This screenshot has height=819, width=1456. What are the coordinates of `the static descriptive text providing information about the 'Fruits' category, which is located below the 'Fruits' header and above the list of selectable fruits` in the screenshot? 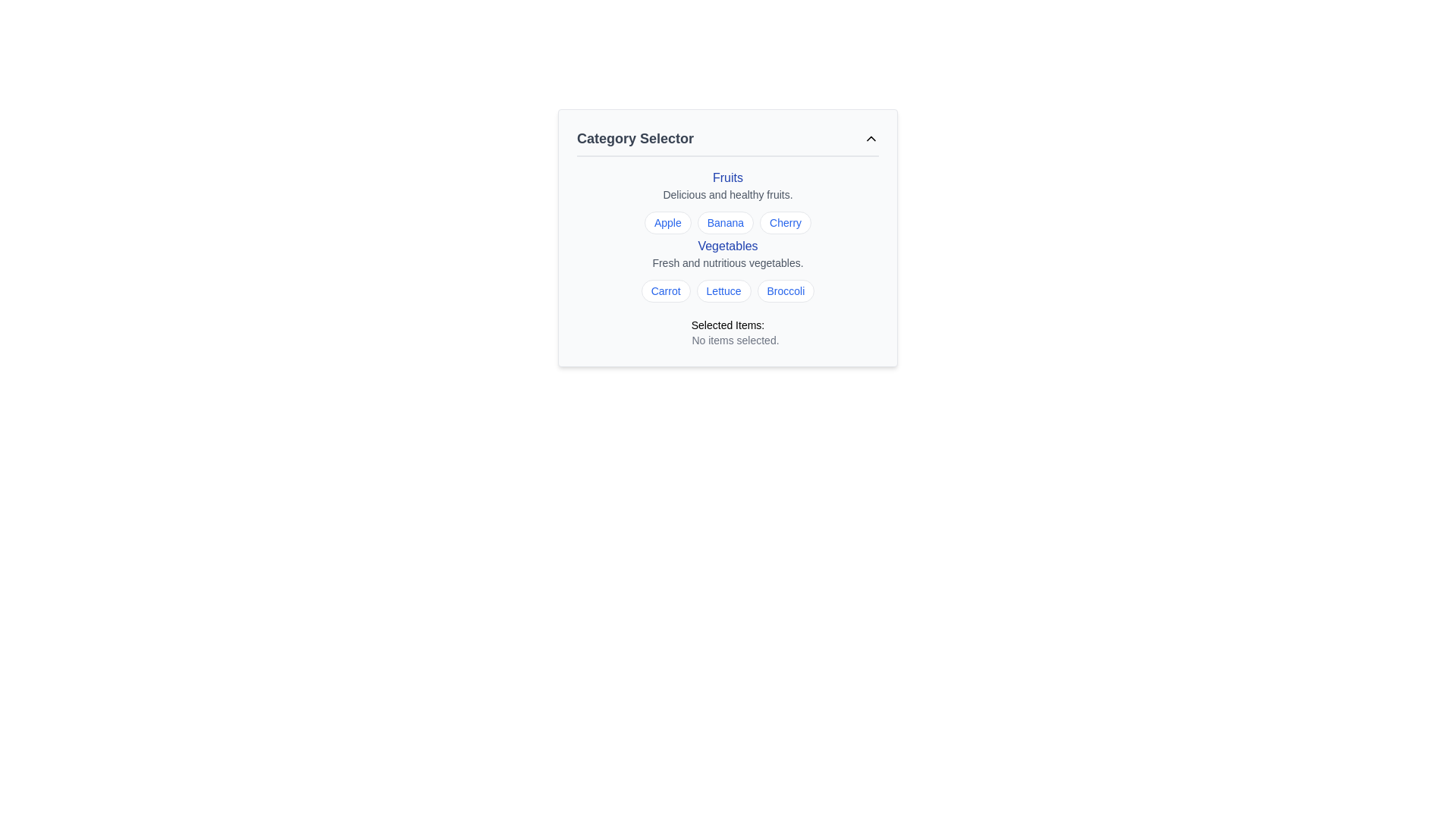 It's located at (728, 194).